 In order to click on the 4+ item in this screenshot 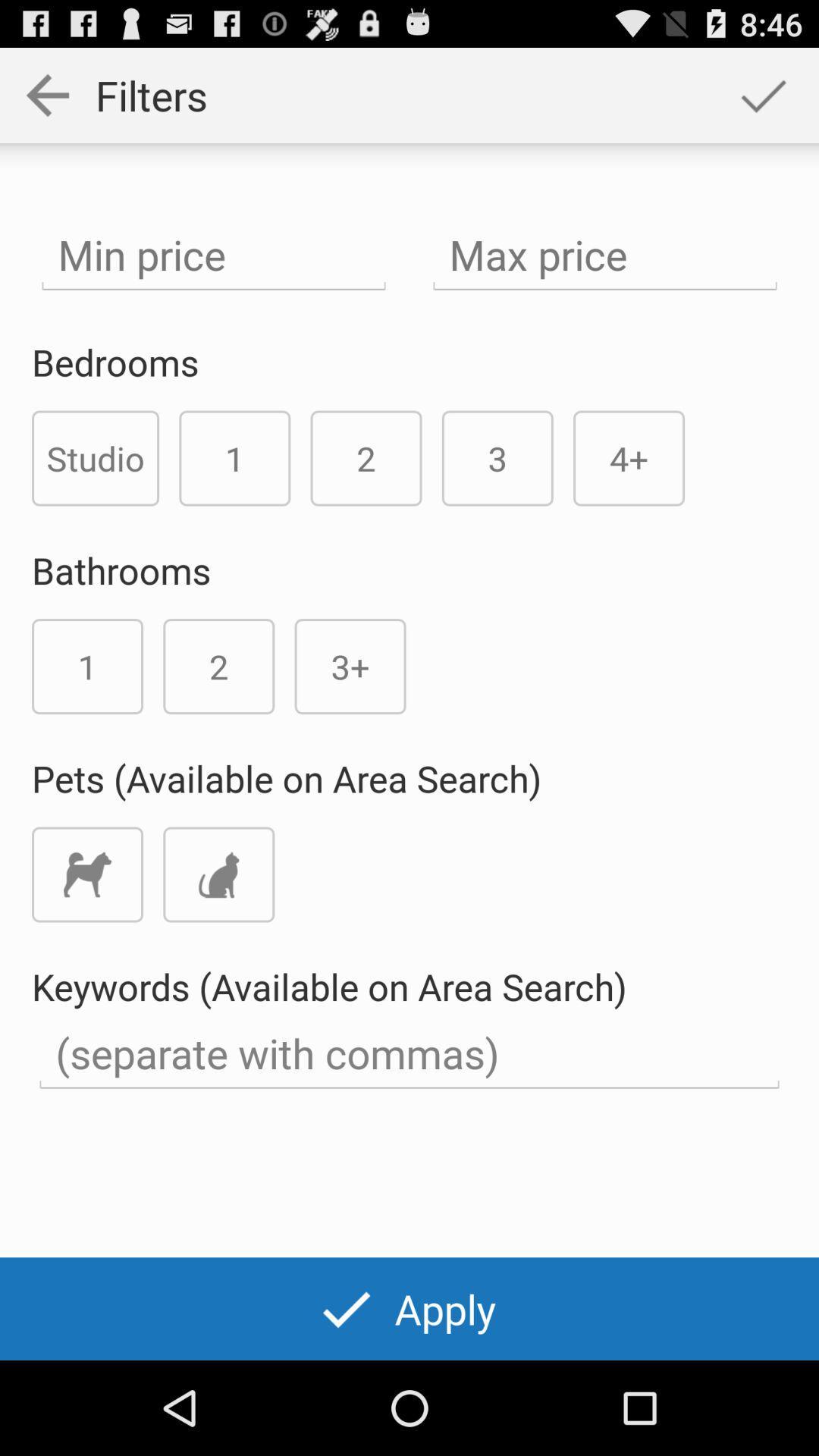, I will do `click(629, 457)`.